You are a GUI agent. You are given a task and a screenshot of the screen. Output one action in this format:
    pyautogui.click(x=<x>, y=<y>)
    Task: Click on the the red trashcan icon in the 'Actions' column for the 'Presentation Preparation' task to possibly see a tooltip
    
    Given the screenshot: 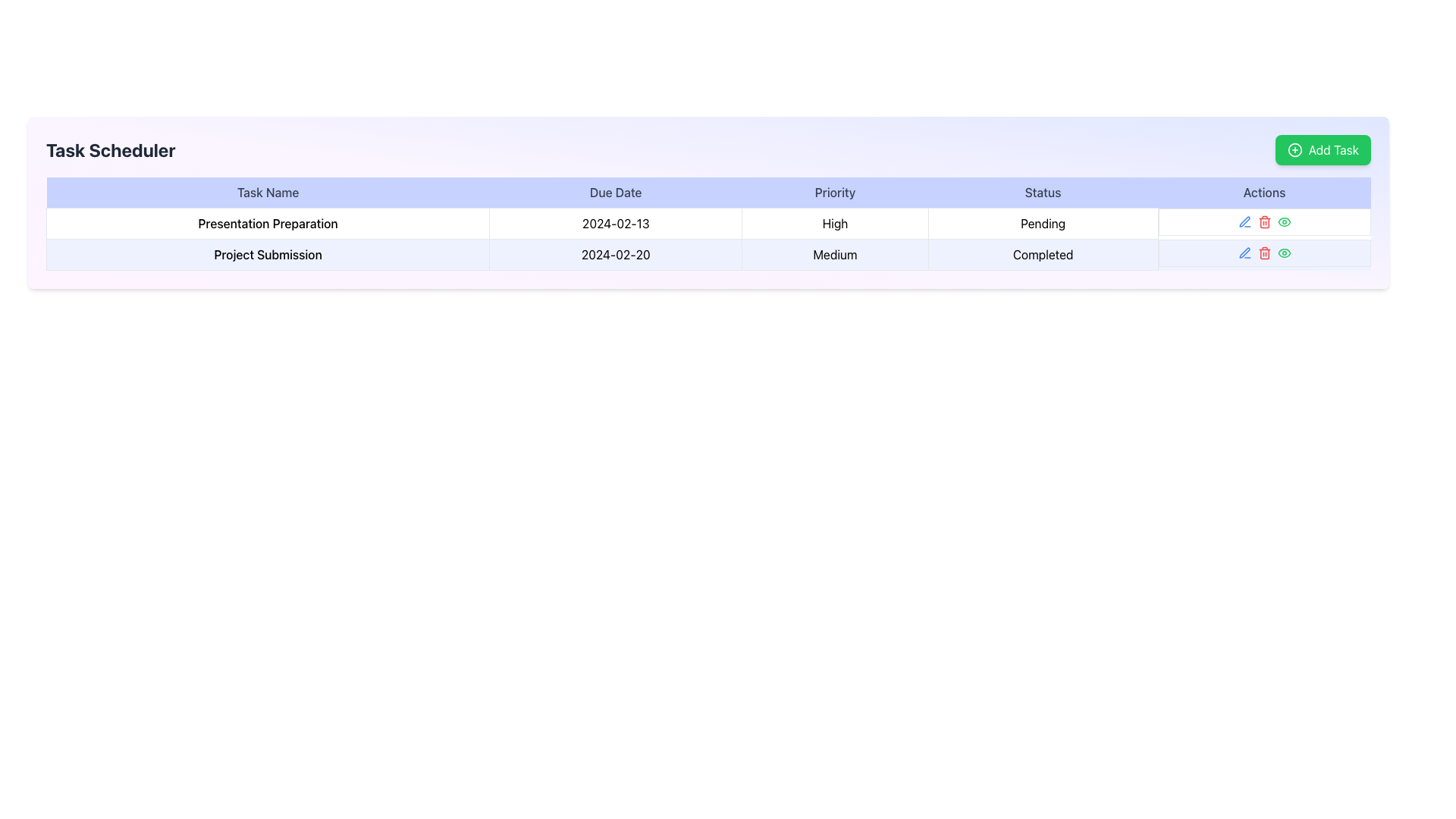 What is the action you would take?
    pyautogui.click(x=1264, y=221)
    